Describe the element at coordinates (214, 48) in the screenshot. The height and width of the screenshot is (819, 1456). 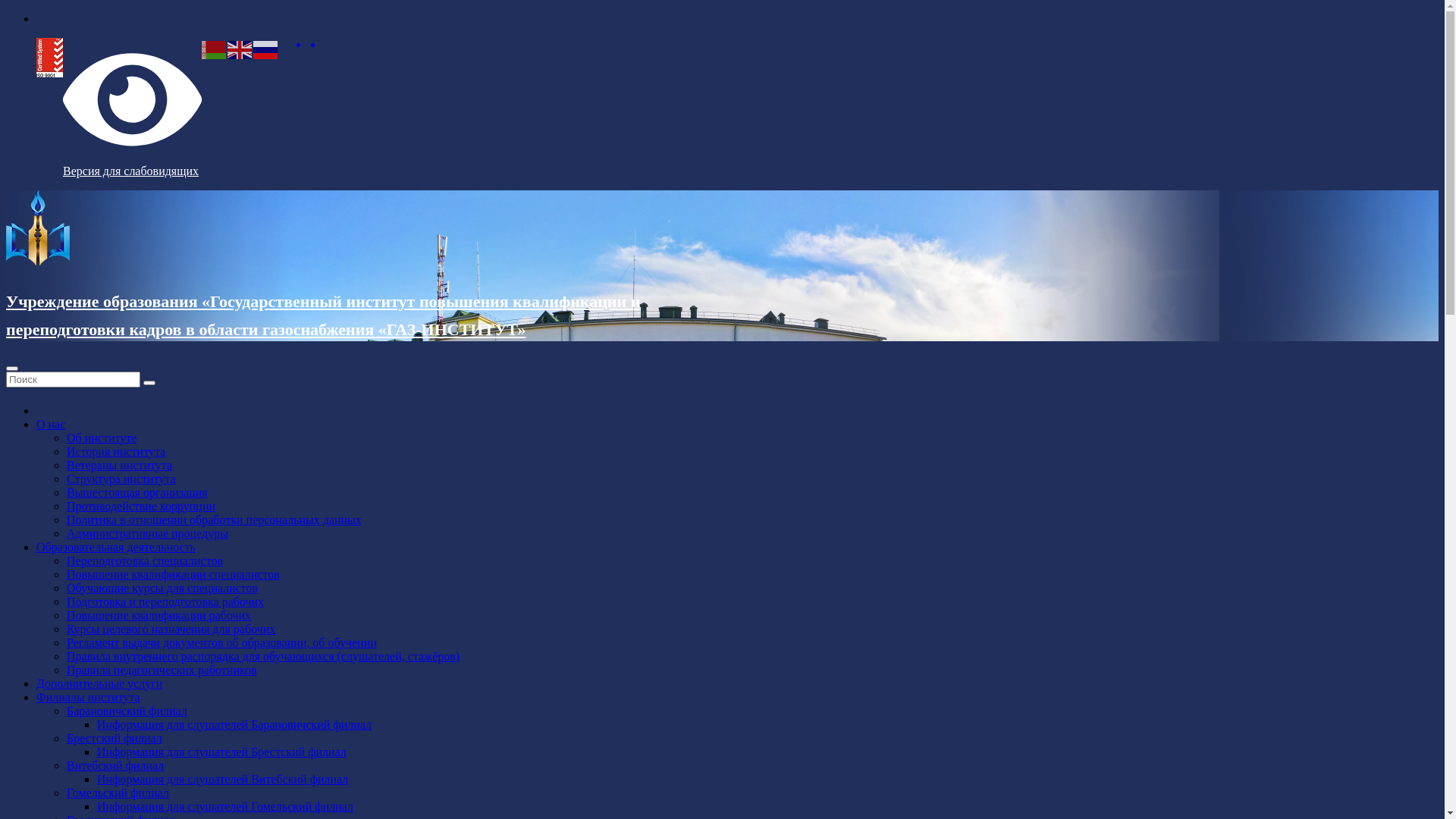
I see `'Belarusian'` at that location.